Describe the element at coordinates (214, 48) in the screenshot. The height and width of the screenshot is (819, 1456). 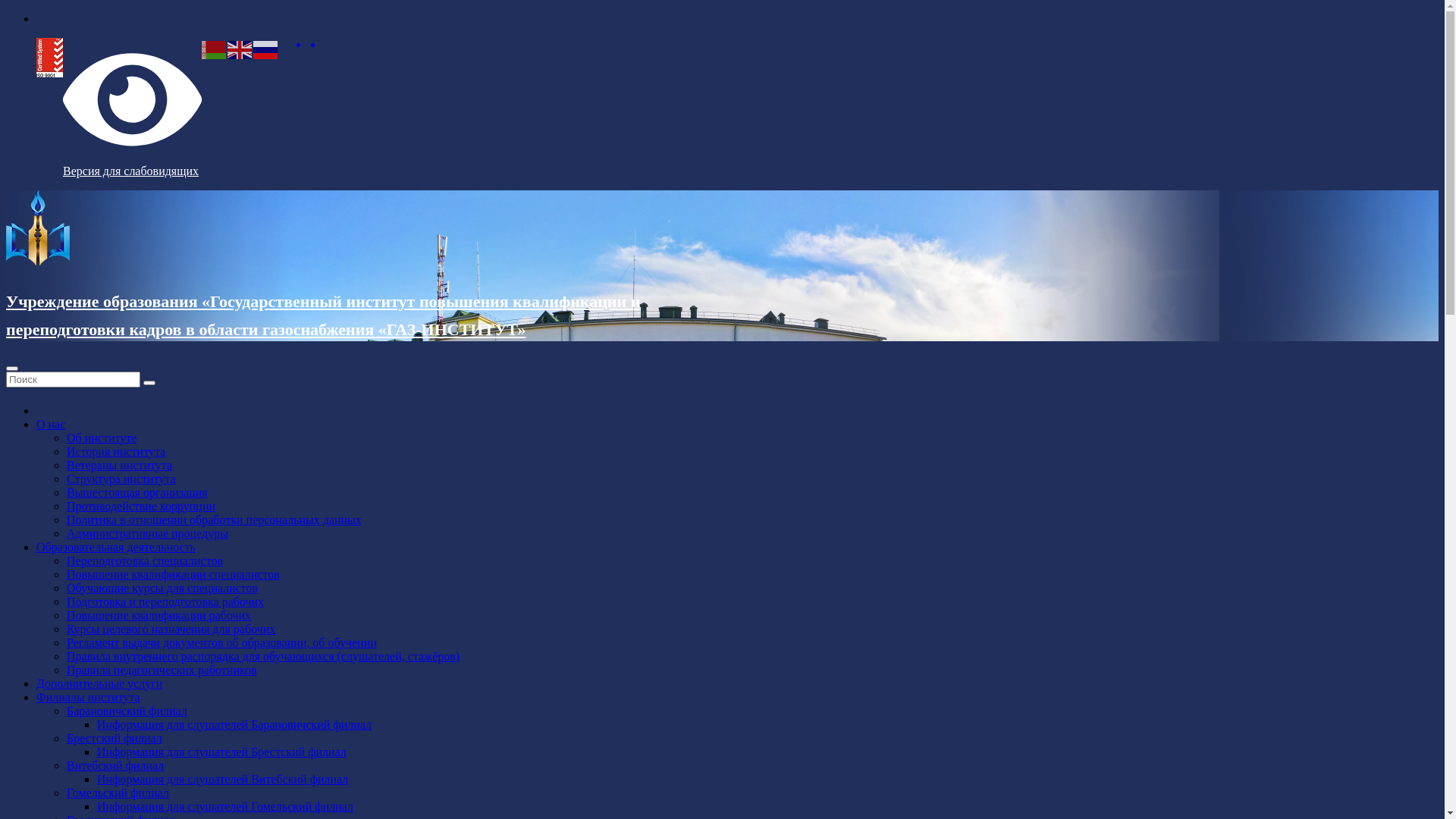
I see `'Belarusian'` at that location.